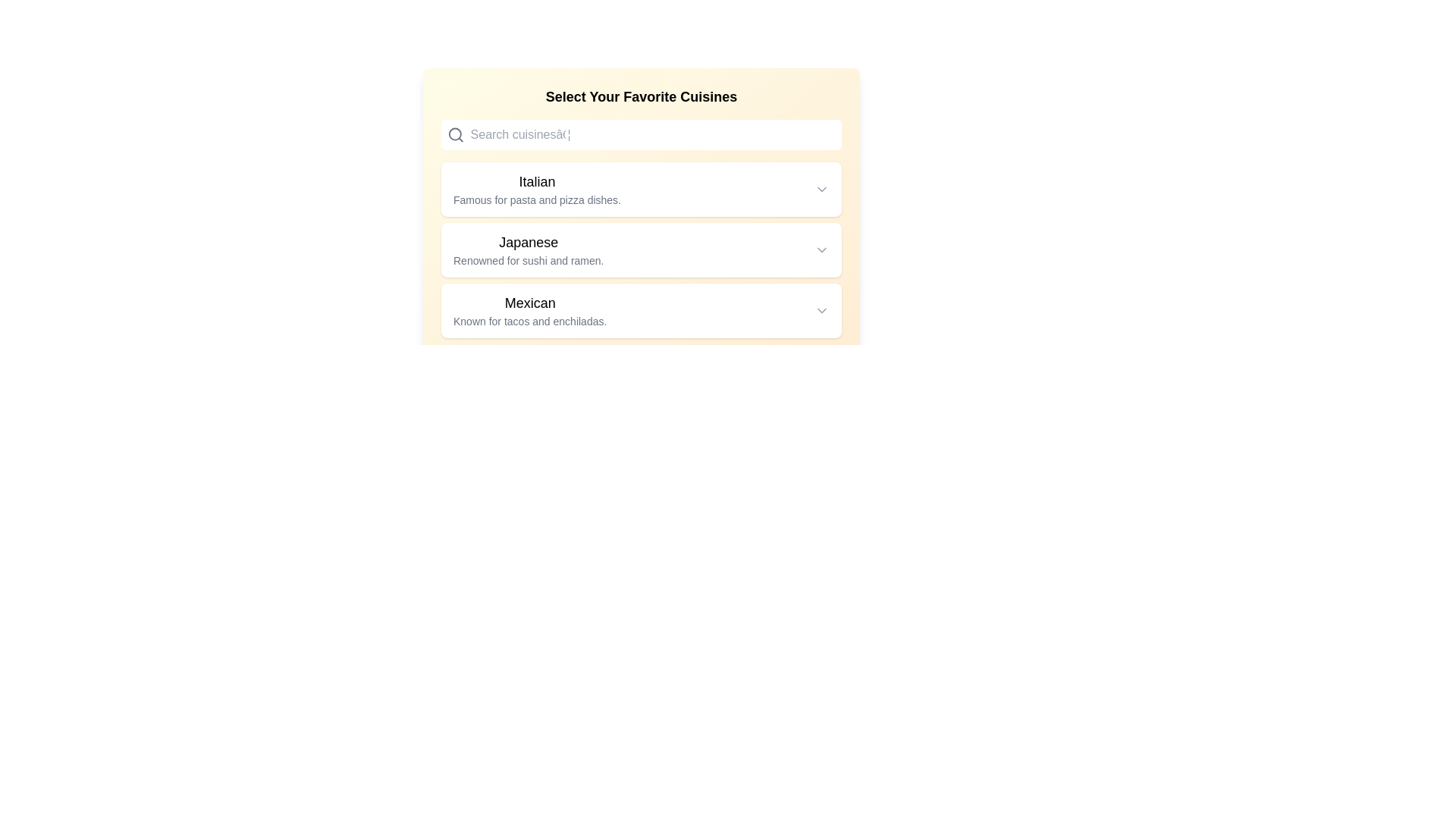  I want to click on the non-interactive text label that provides additional information about the 'Italian' heading, located directly below it, so click(537, 199).